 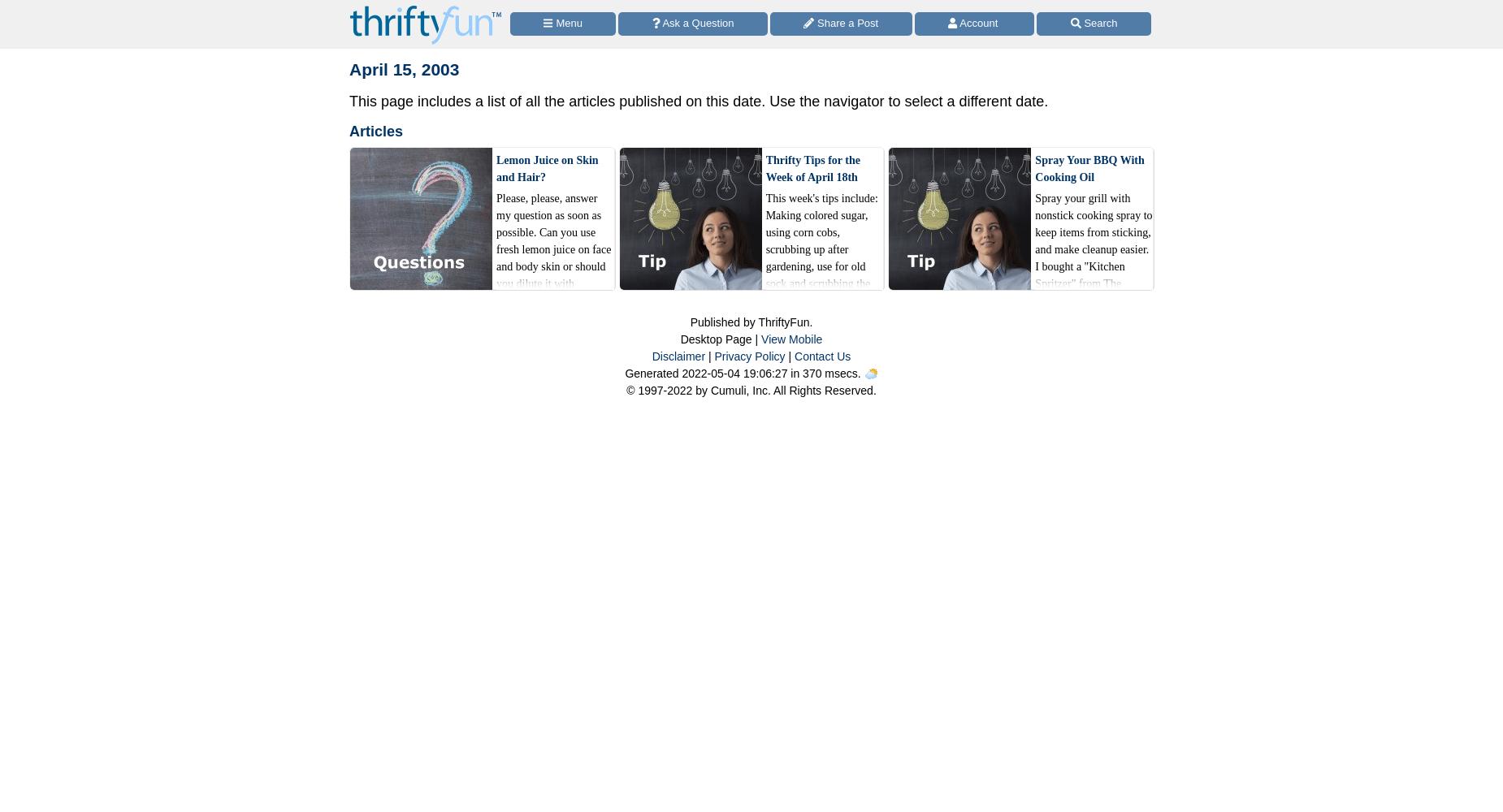 I want to click on 'Lemon Juice on Skin and Hair?', so click(x=496, y=167).